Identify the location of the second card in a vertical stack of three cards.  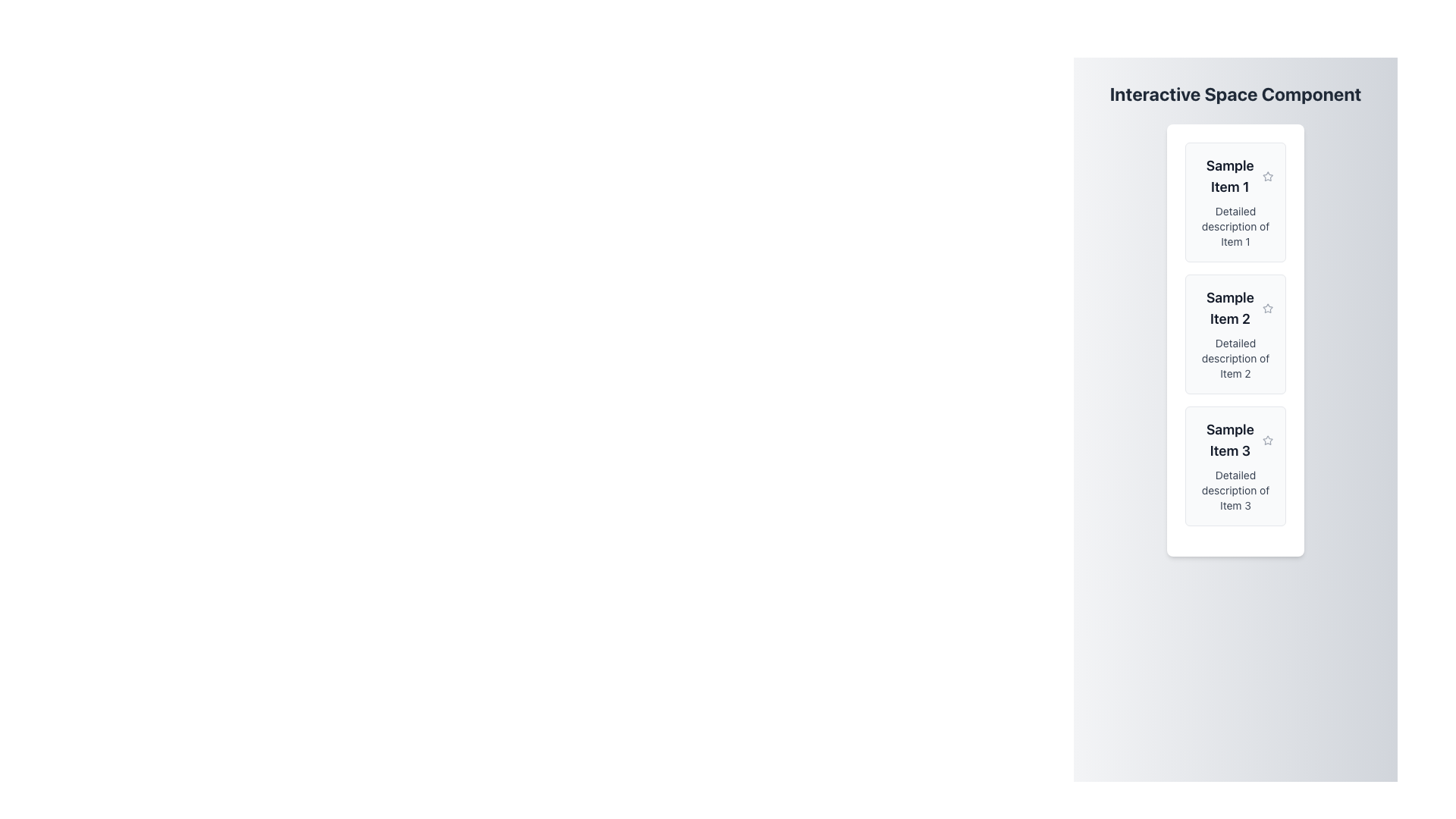
(1235, 333).